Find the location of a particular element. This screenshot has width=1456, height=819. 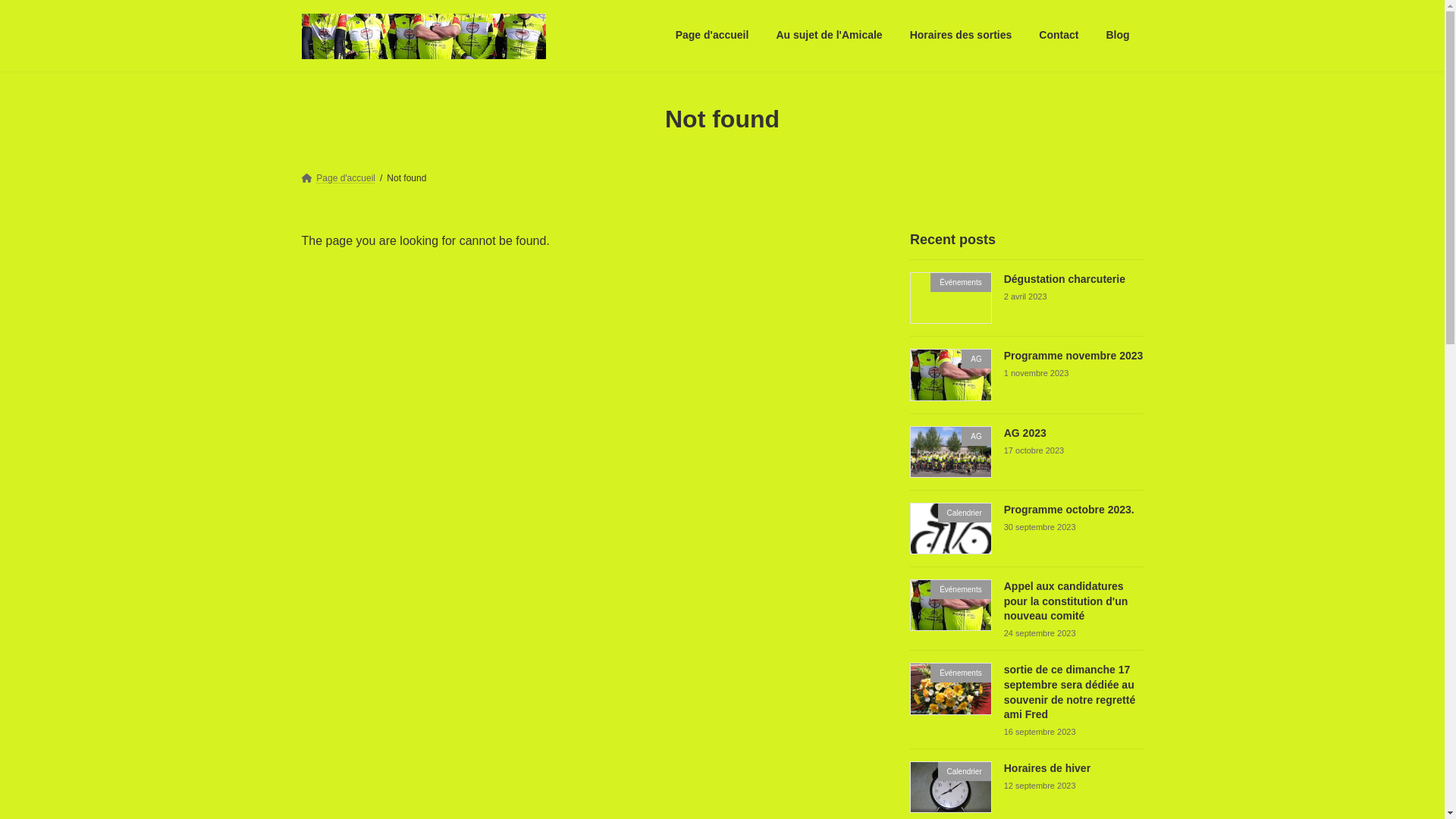

'Blog' is located at coordinates (1117, 34).